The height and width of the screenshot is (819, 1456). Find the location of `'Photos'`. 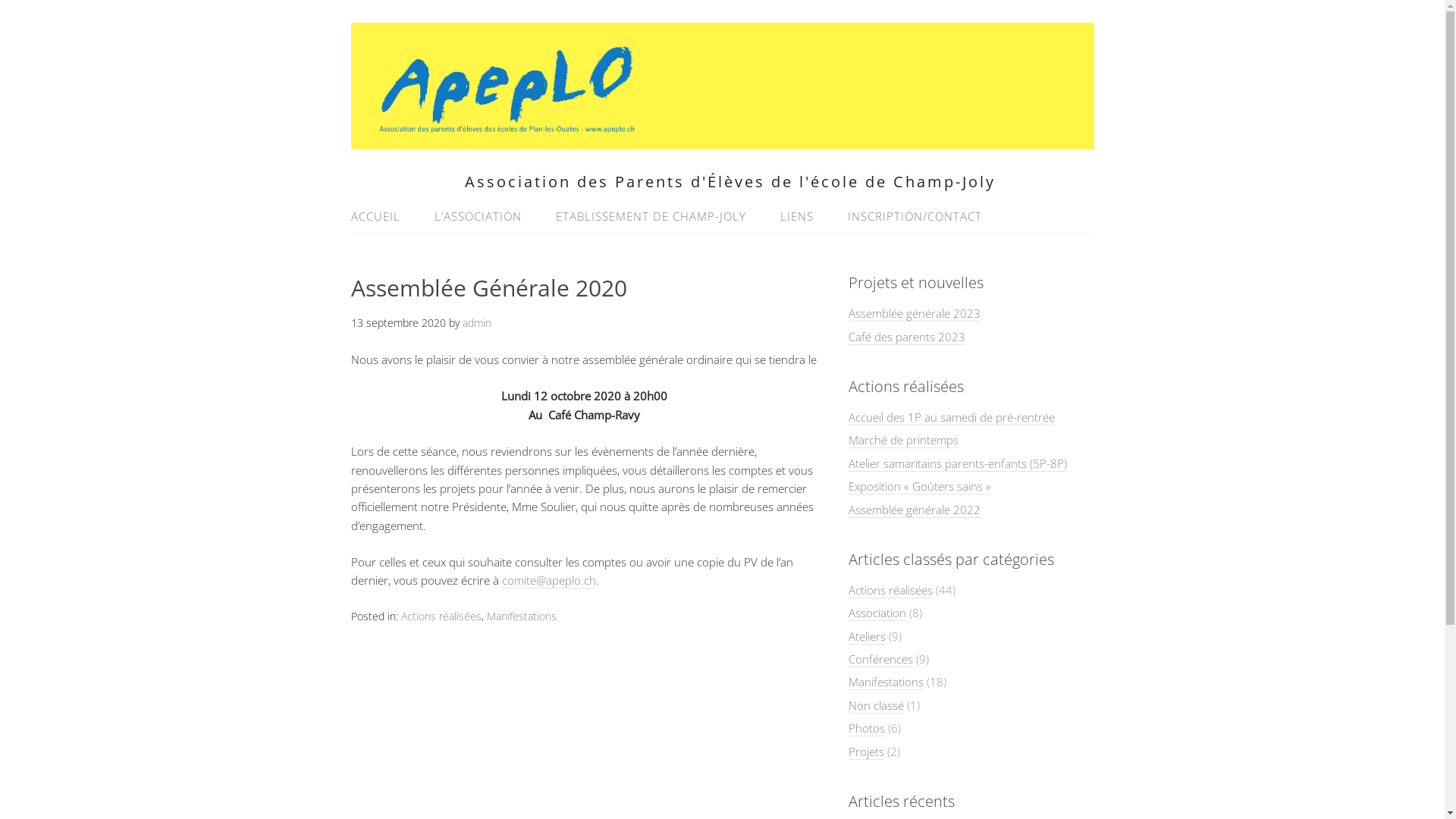

'Photos' is located at coordinates (866, 727).